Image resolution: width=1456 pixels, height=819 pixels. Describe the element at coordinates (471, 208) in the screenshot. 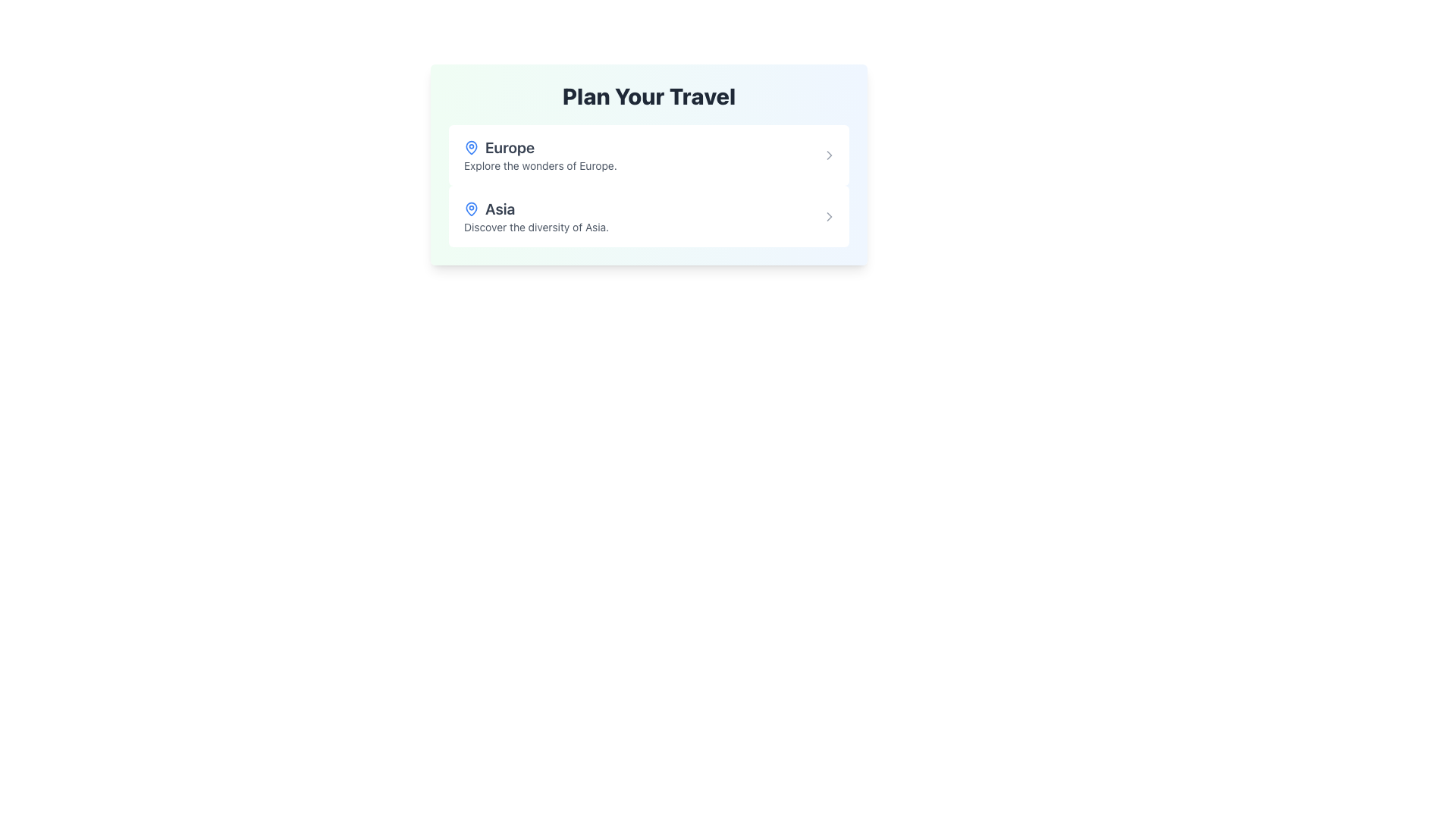

I see `the blue outlined vector icon resembling a pin marker located to the left of the text content for 'Asia' in the interface` at that location.